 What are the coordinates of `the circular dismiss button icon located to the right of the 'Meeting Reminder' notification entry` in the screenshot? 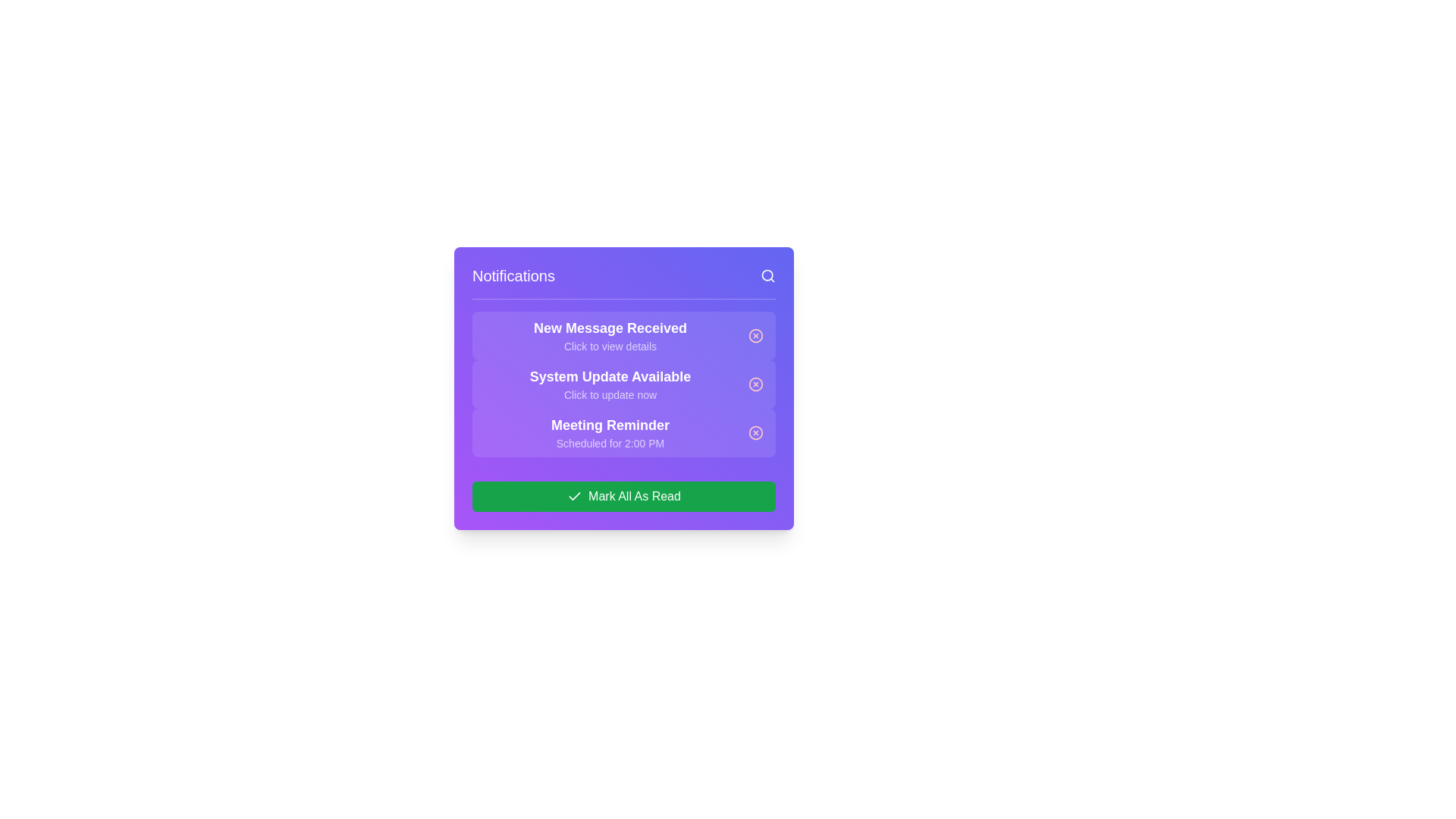 It's located at (756, 432).